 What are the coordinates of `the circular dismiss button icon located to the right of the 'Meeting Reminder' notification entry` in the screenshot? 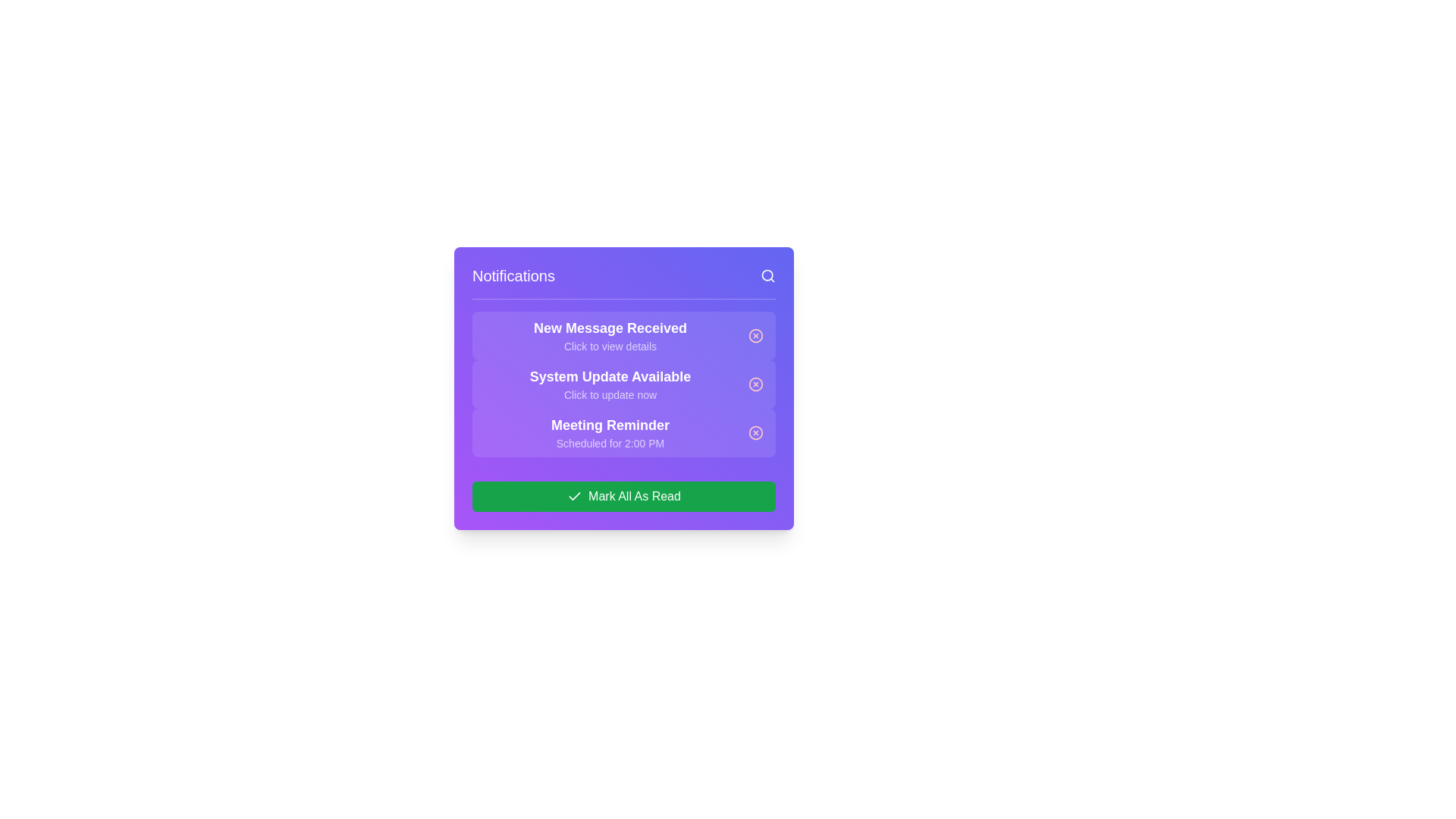 It's located at (756, 432).